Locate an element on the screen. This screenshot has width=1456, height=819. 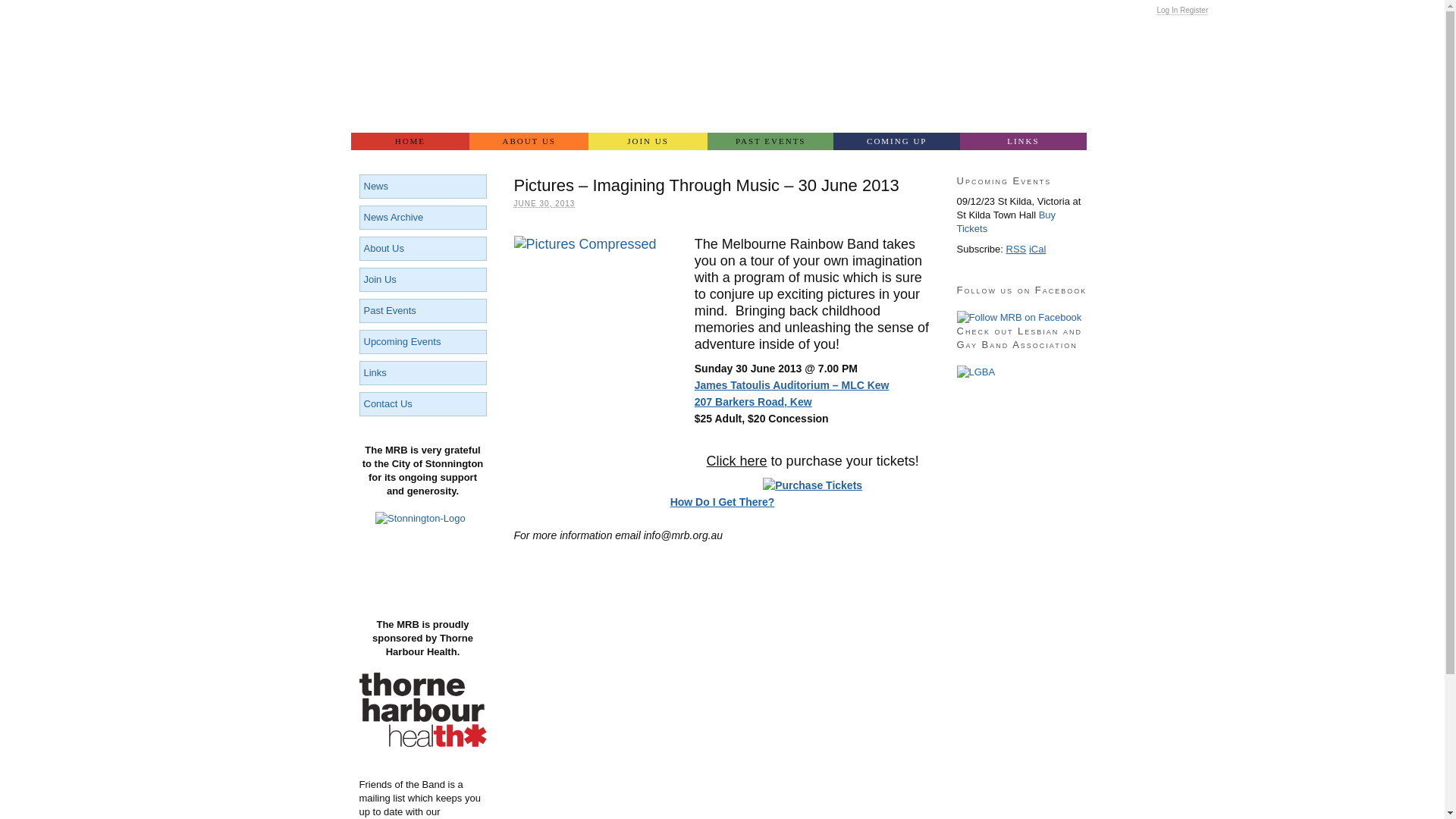
'JOIN US' is located at coordinates (588, 141).